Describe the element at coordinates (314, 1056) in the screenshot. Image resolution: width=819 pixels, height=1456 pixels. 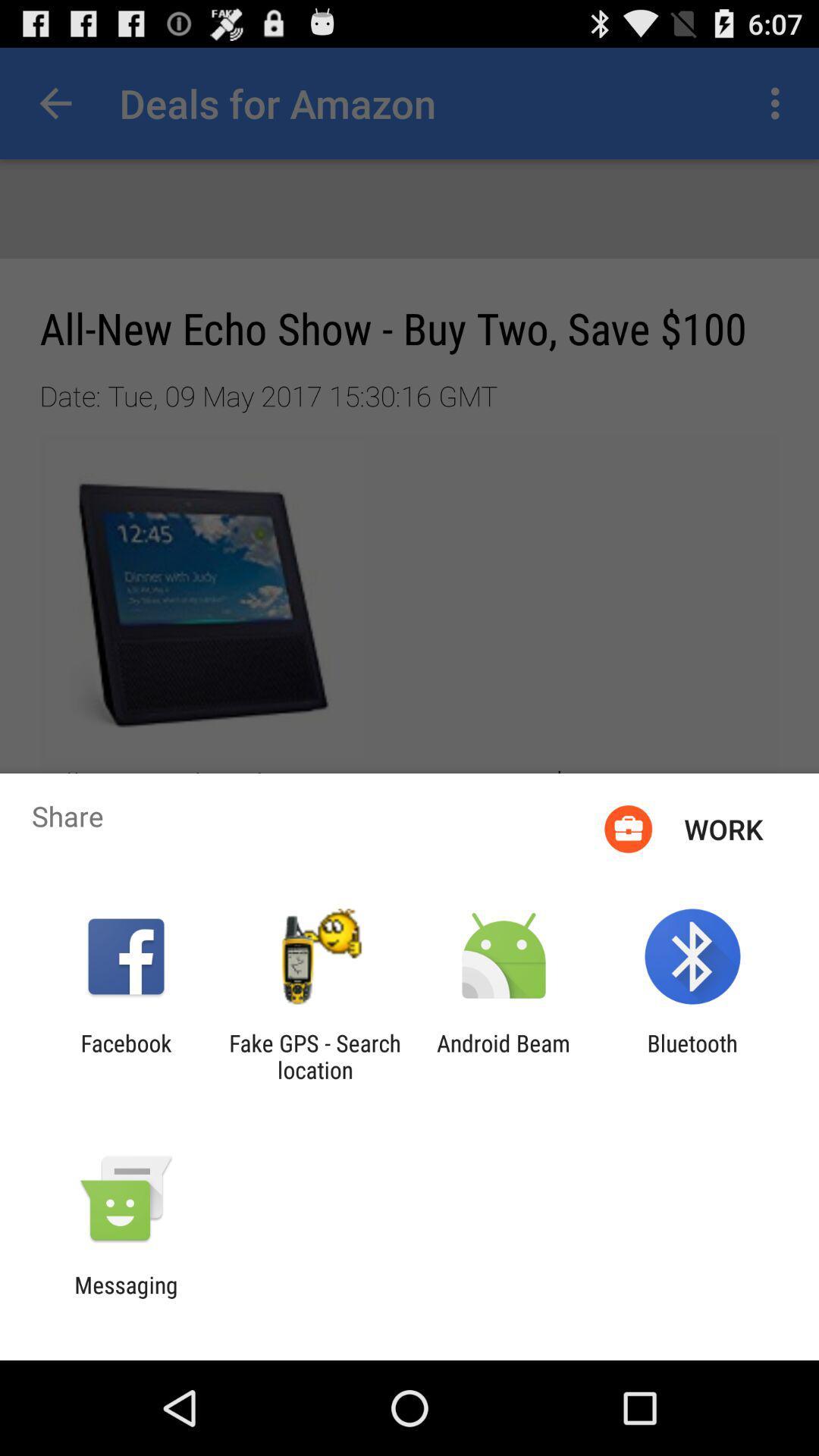
I see `the app to the left of android beam app` at that location.